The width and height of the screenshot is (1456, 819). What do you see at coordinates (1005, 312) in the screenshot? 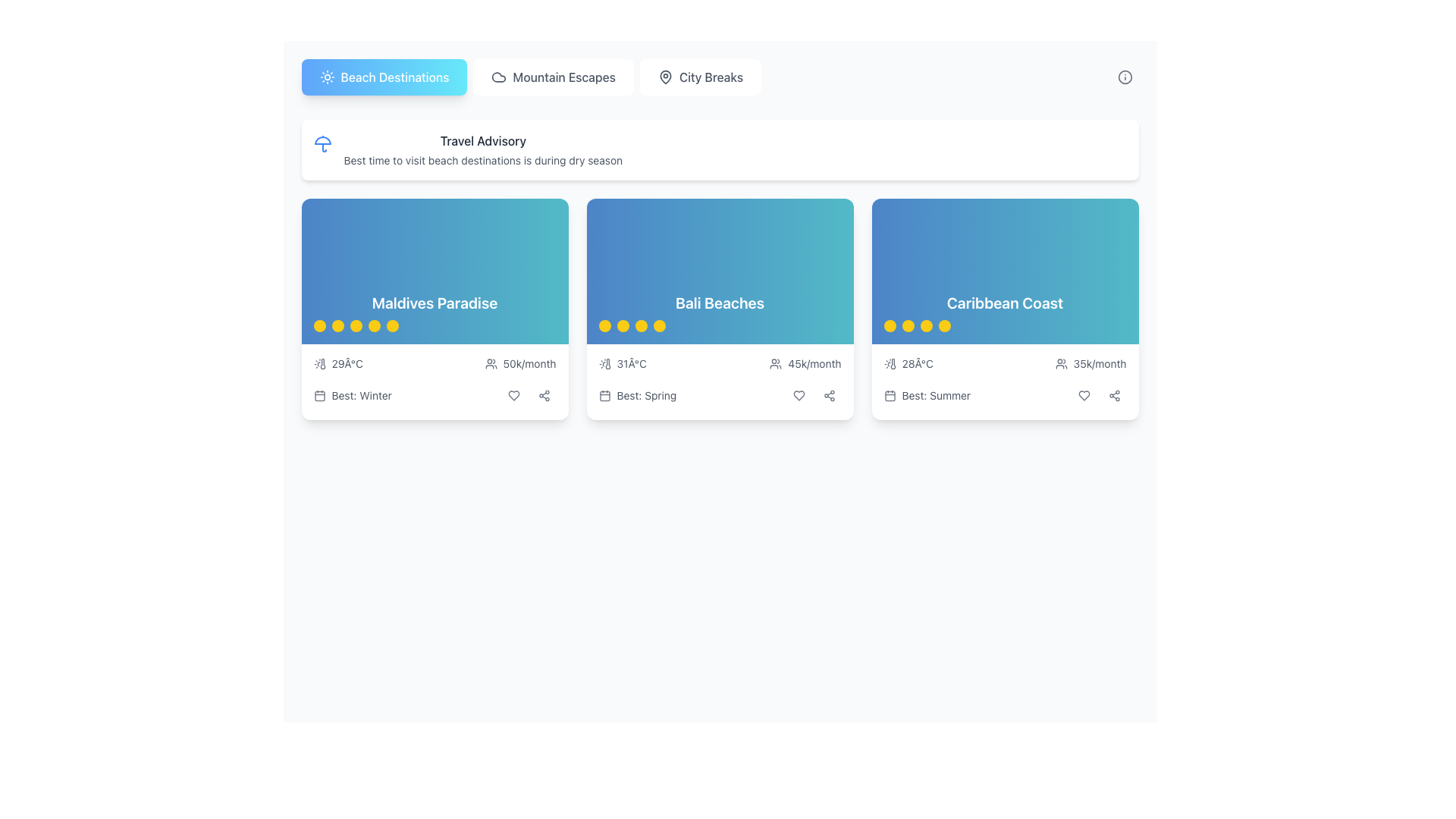
I see `the travel destination card identified by the Text Label with Rating Indicators from the bottom-right corner` at bounding box center [1005, 312].